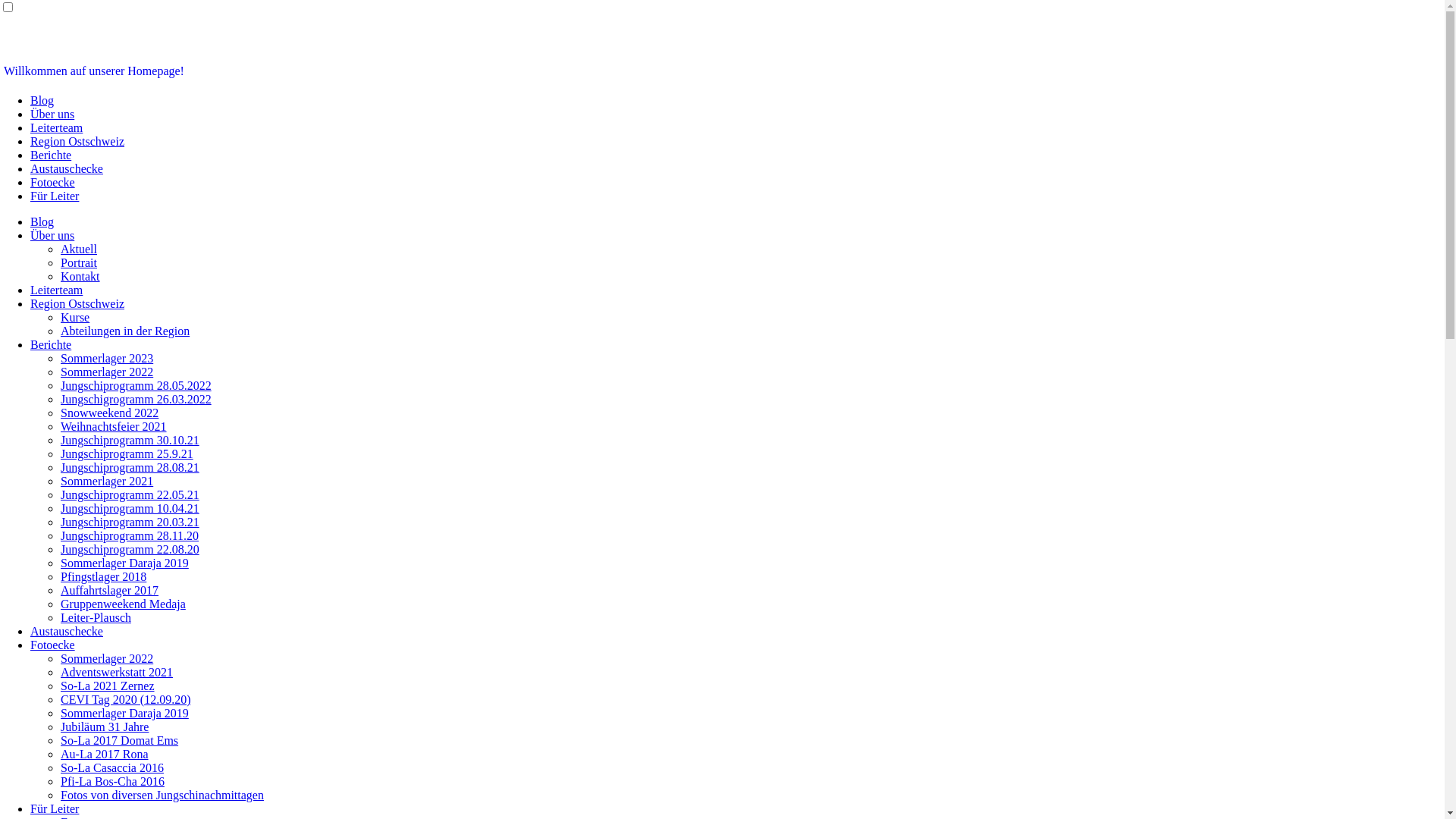  Describe the element at coordinates (136, 398) in the screenshot. I see `'Jungschigrogramm 26.03.2022'` at that location.